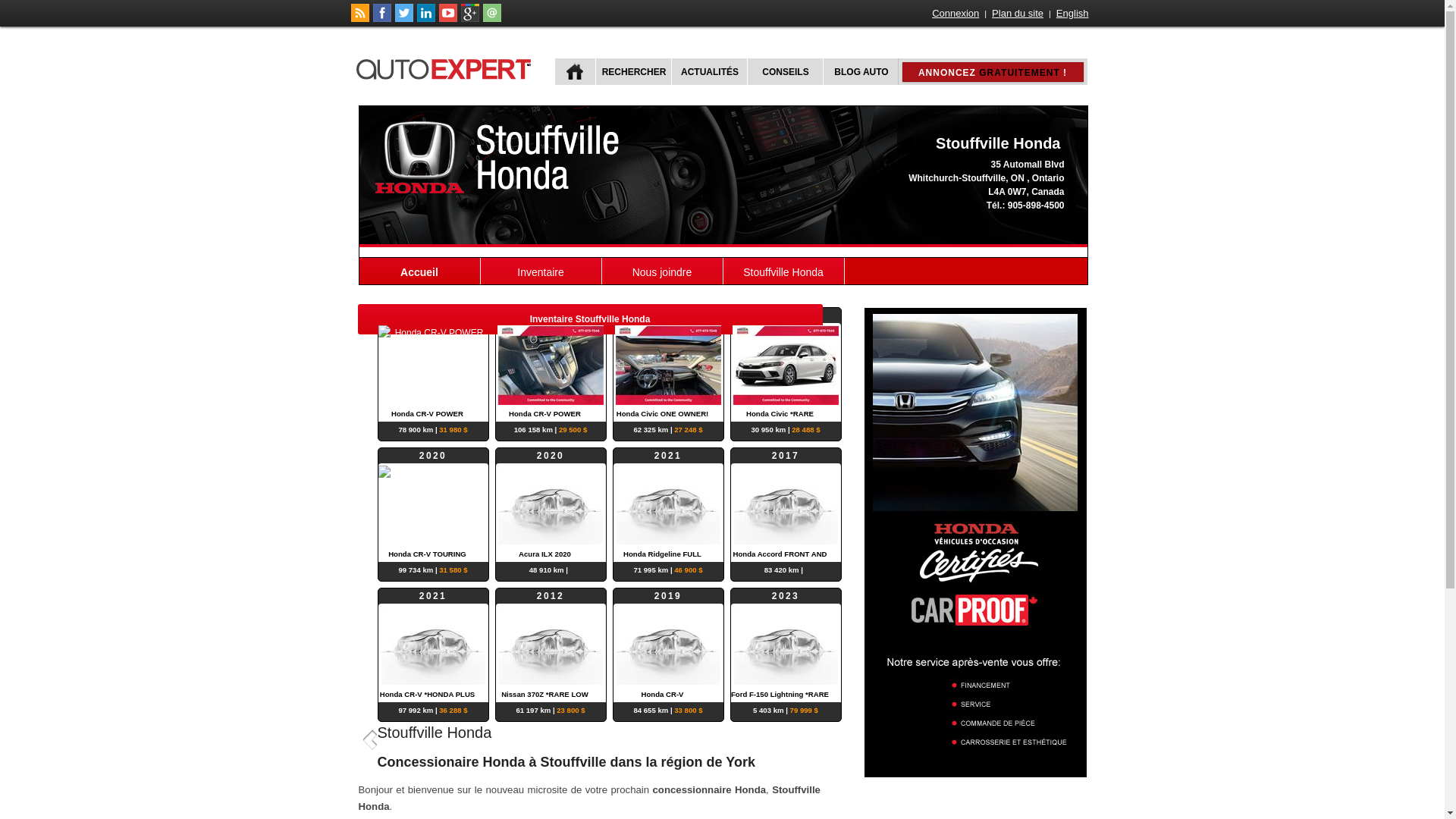 The width and height of the screenshot is (1456, 819). Describe the element at coordinates (541, 270) in the screenshot. I see `'Inventaire'` at that location.